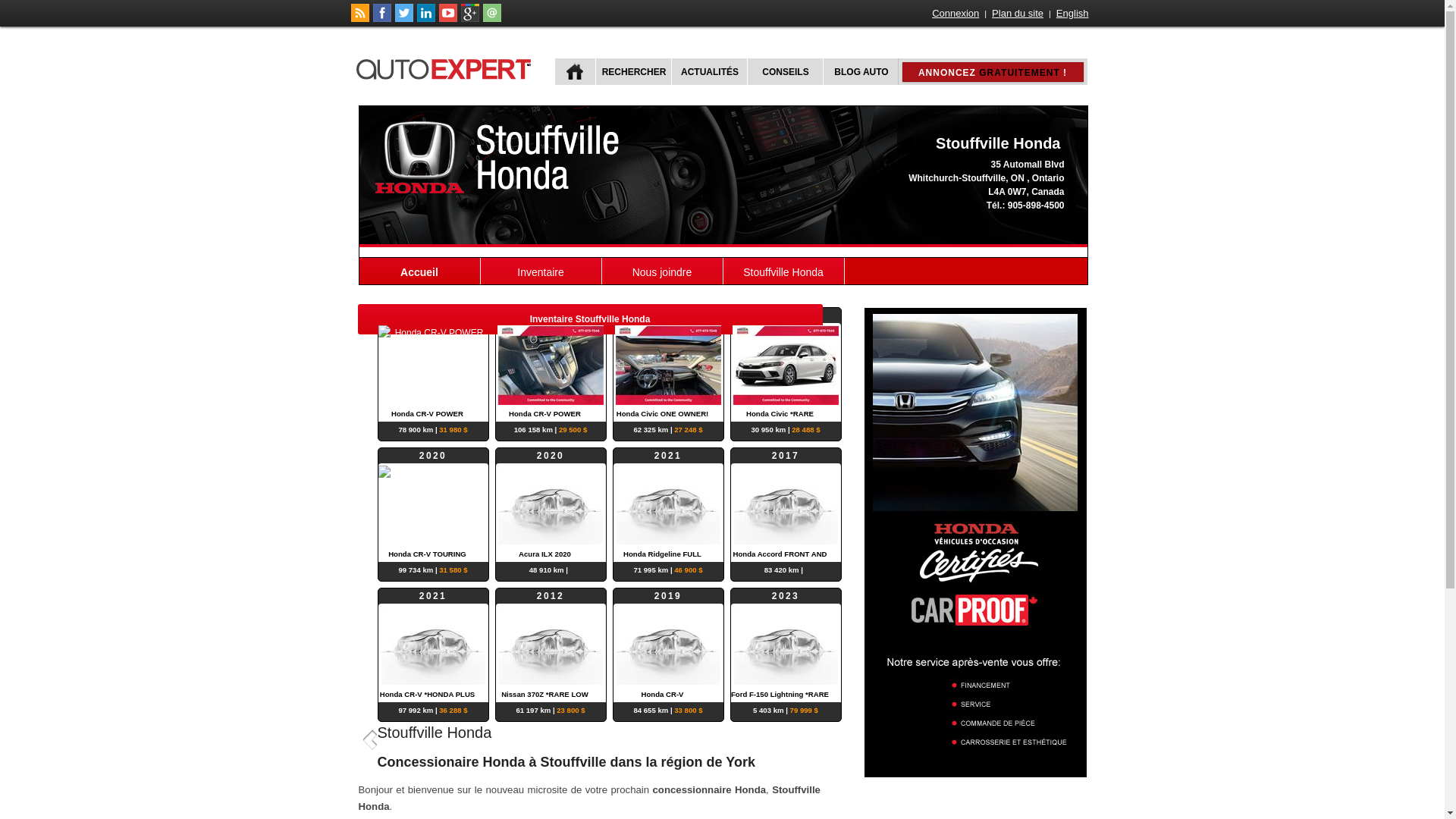 The width and height of the screenshot is (1456, 819). Describe the element at coordinates (541, 270) in the screenshot. I see `'Inventaire'` at that location.